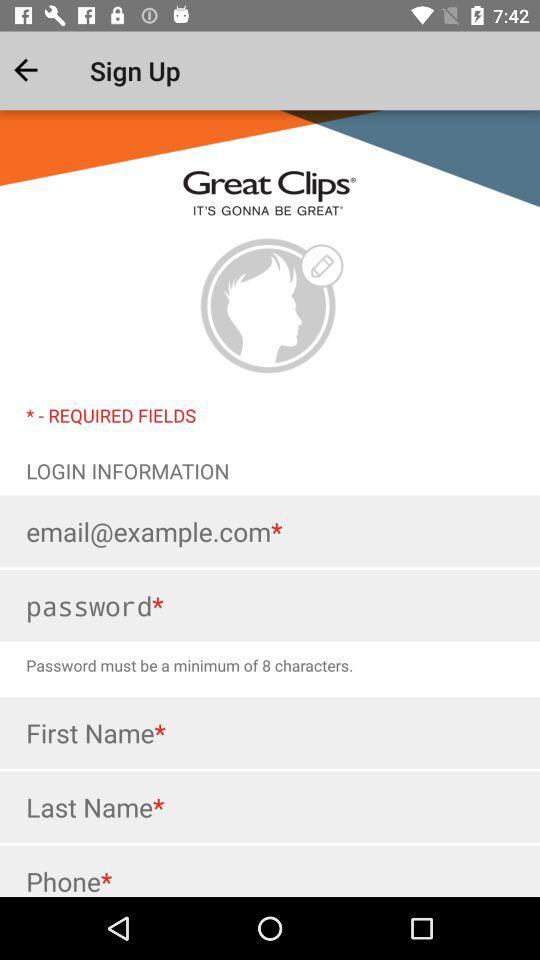 The width and height of the screenshot is (540, 960). What do you see at coordinates (269, 306) in the screenshot?
I see `icon above * - required fields icon` at bounding box center [269, 306].